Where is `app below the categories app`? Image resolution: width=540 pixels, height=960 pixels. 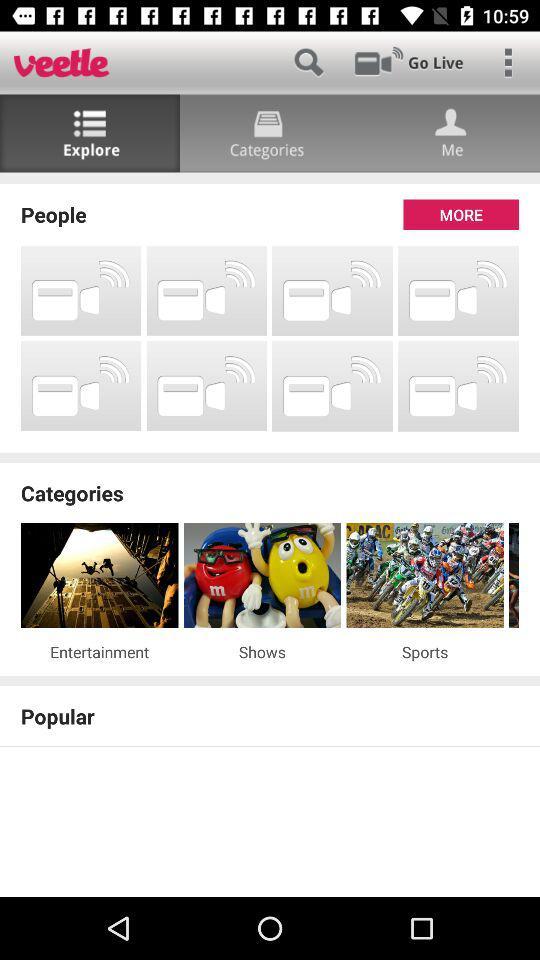 app below the categories app is located at coordinates (514, 575).